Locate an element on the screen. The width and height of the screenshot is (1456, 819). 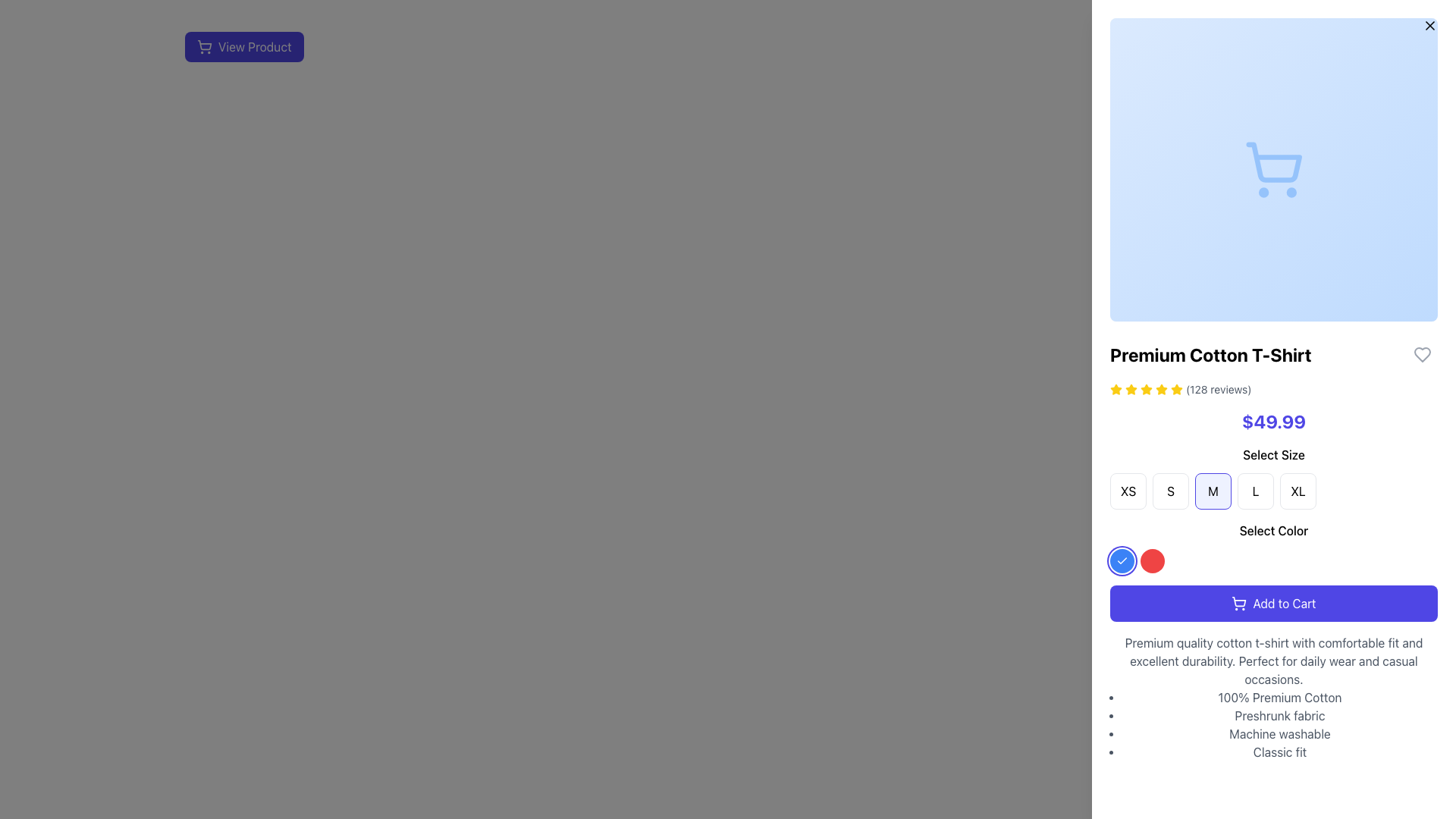
bulleted list of key features or specifications of the product located near the bottom section of the product information panel, immediately following the descriptive text is located at coordinates (1274, 724).